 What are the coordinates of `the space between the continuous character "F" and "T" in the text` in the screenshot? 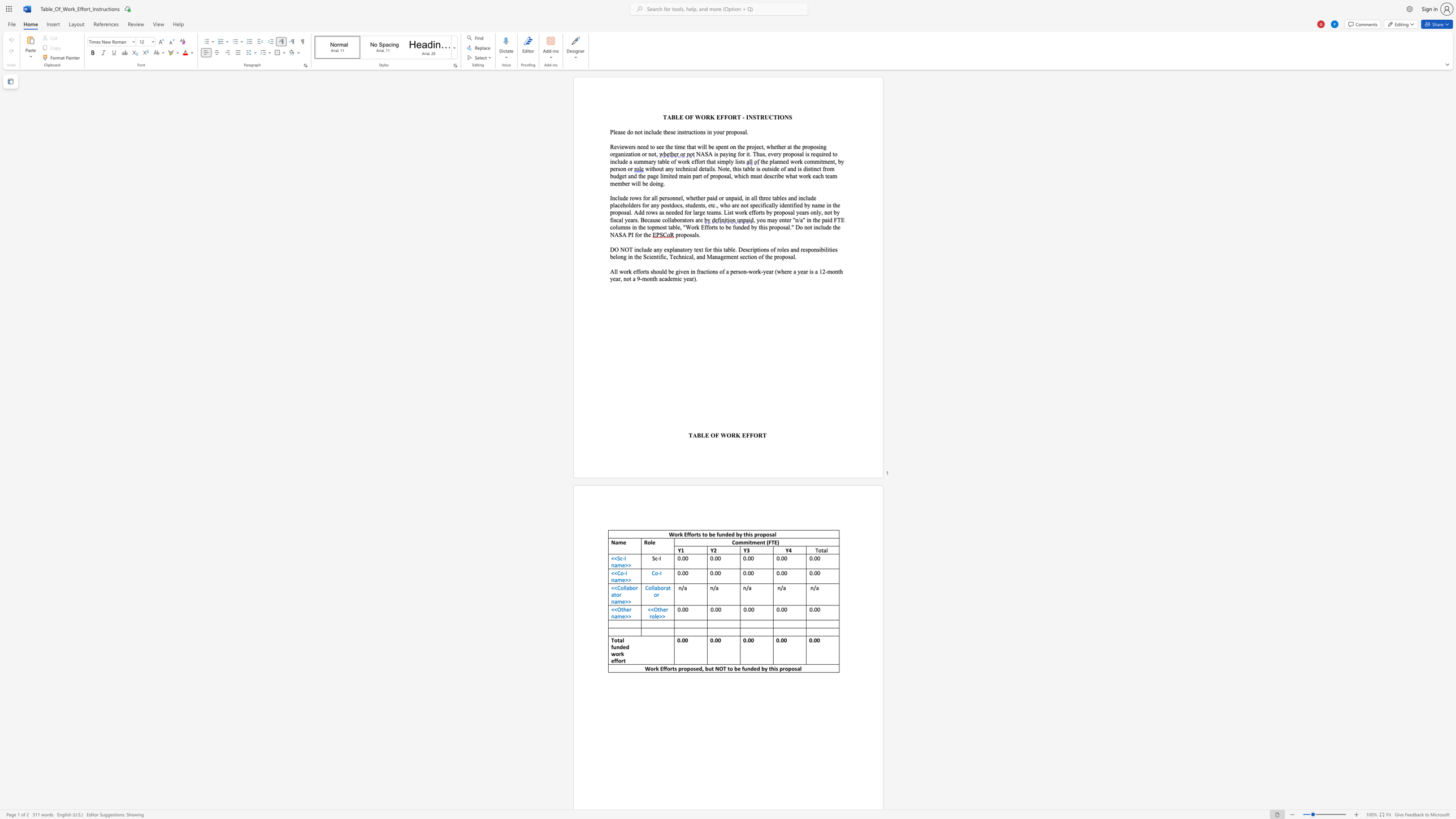 It's located at (771, 542).